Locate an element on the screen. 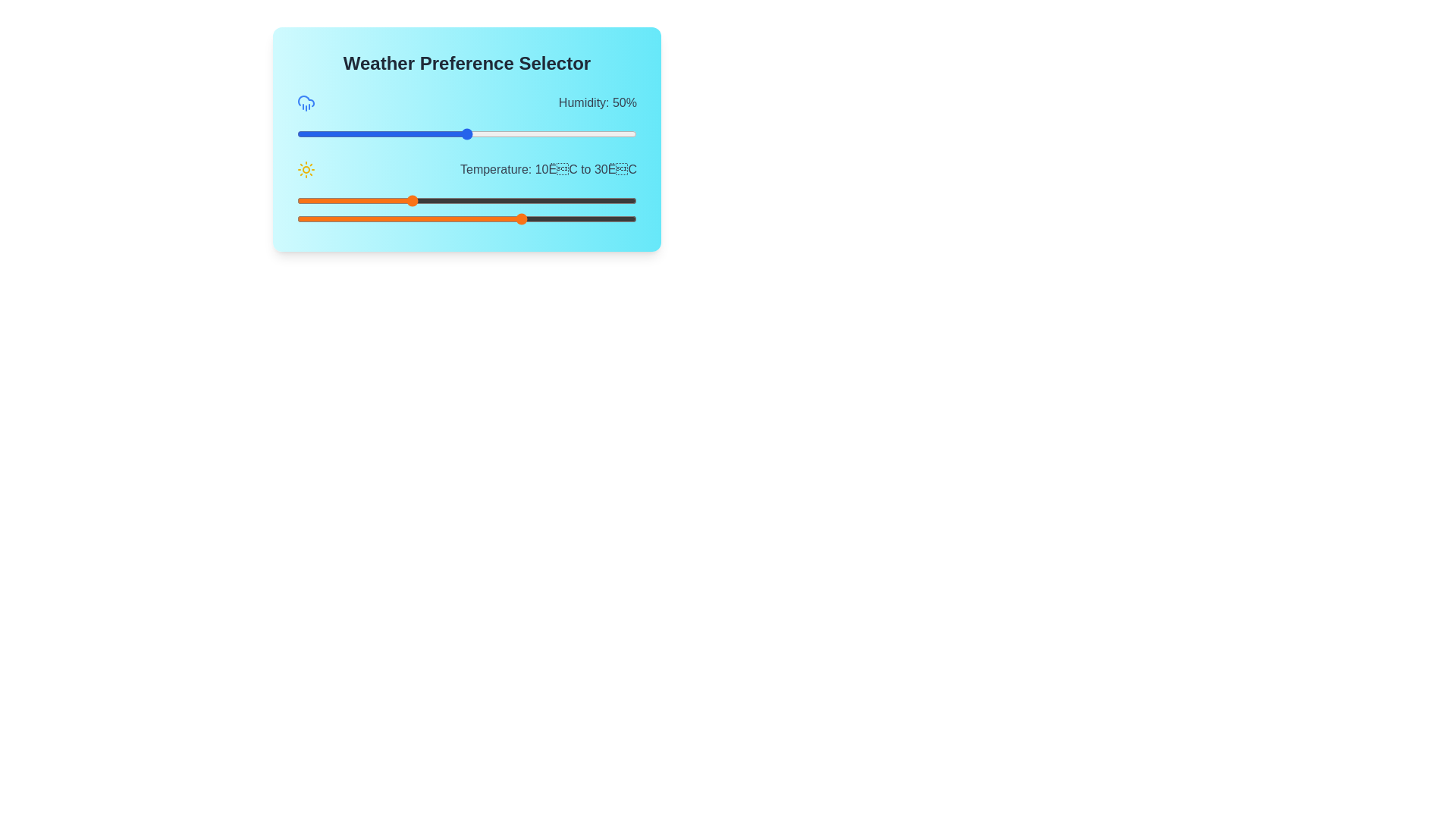 The image size is (1456, 819). the humidity slider to 79% is located at coordinates (564, 133).